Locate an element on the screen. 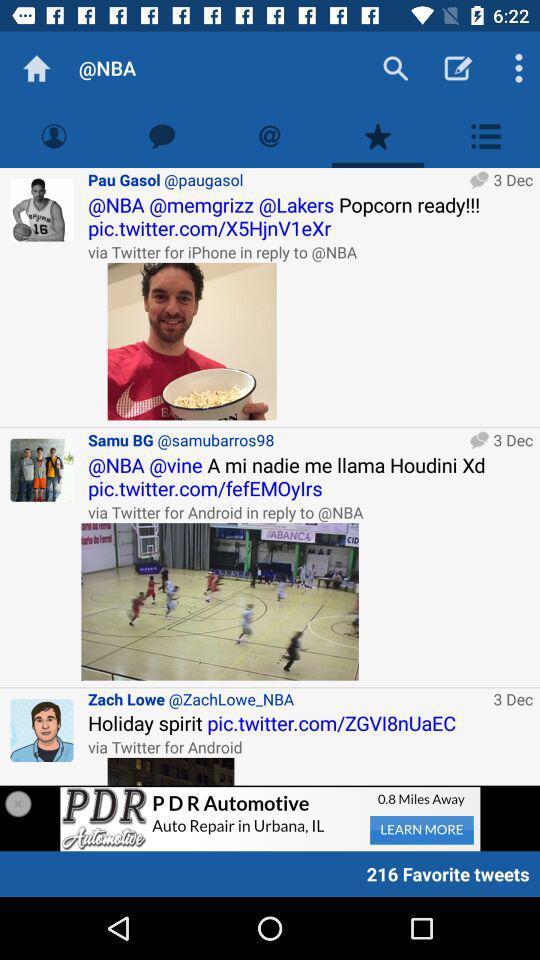 The height and width of the screenshot is (960, 540). advertisement is located at coordinates (171, 770).